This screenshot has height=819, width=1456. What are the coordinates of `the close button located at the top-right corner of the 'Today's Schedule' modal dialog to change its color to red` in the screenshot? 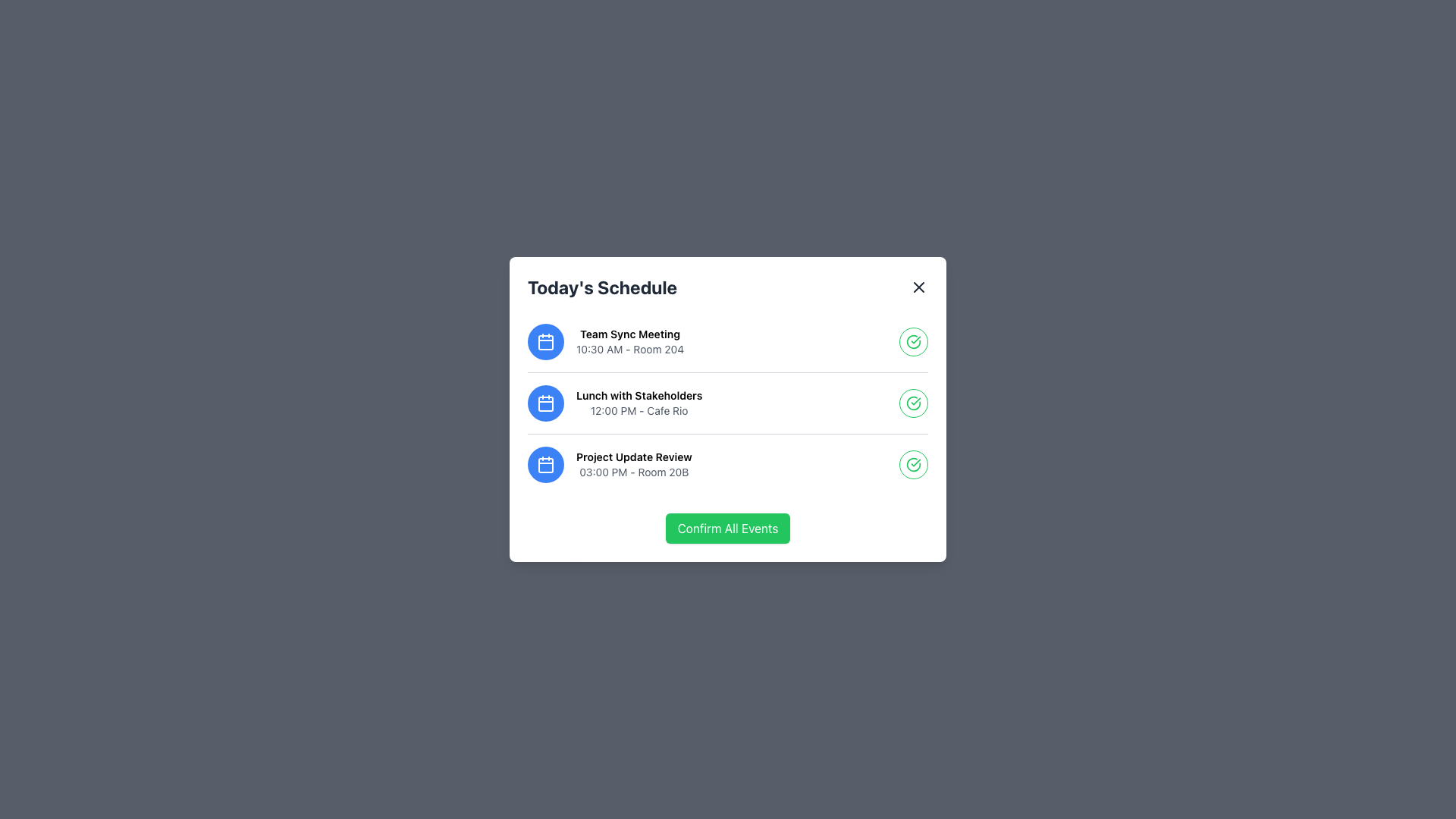 It's located at (918, 287).